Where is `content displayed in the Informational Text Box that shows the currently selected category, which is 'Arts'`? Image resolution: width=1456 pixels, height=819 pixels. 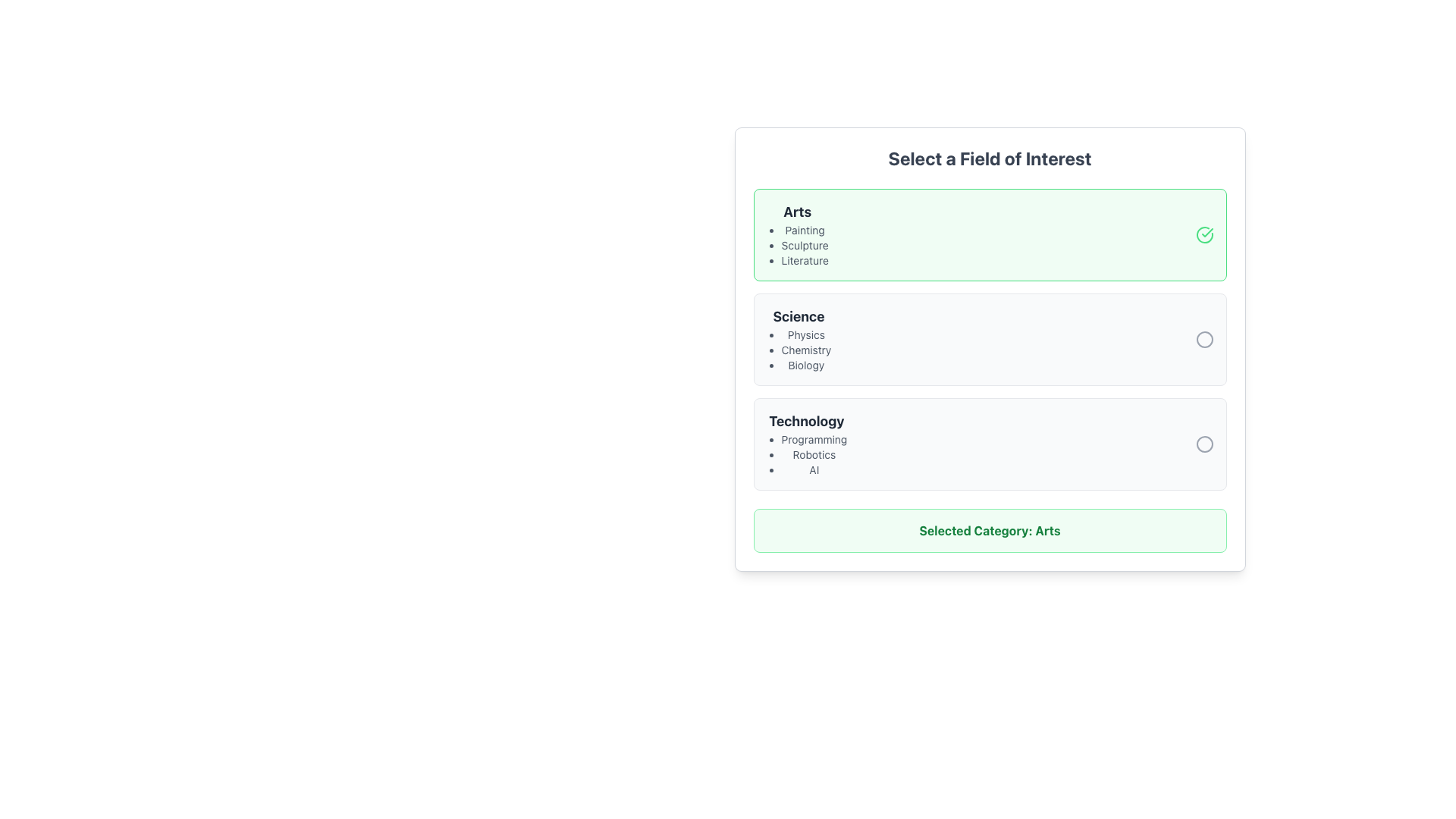
content displayed in the Informational Text Box that shows the currently selected category, which is 'Arts' is located at coordinates (990, 529).